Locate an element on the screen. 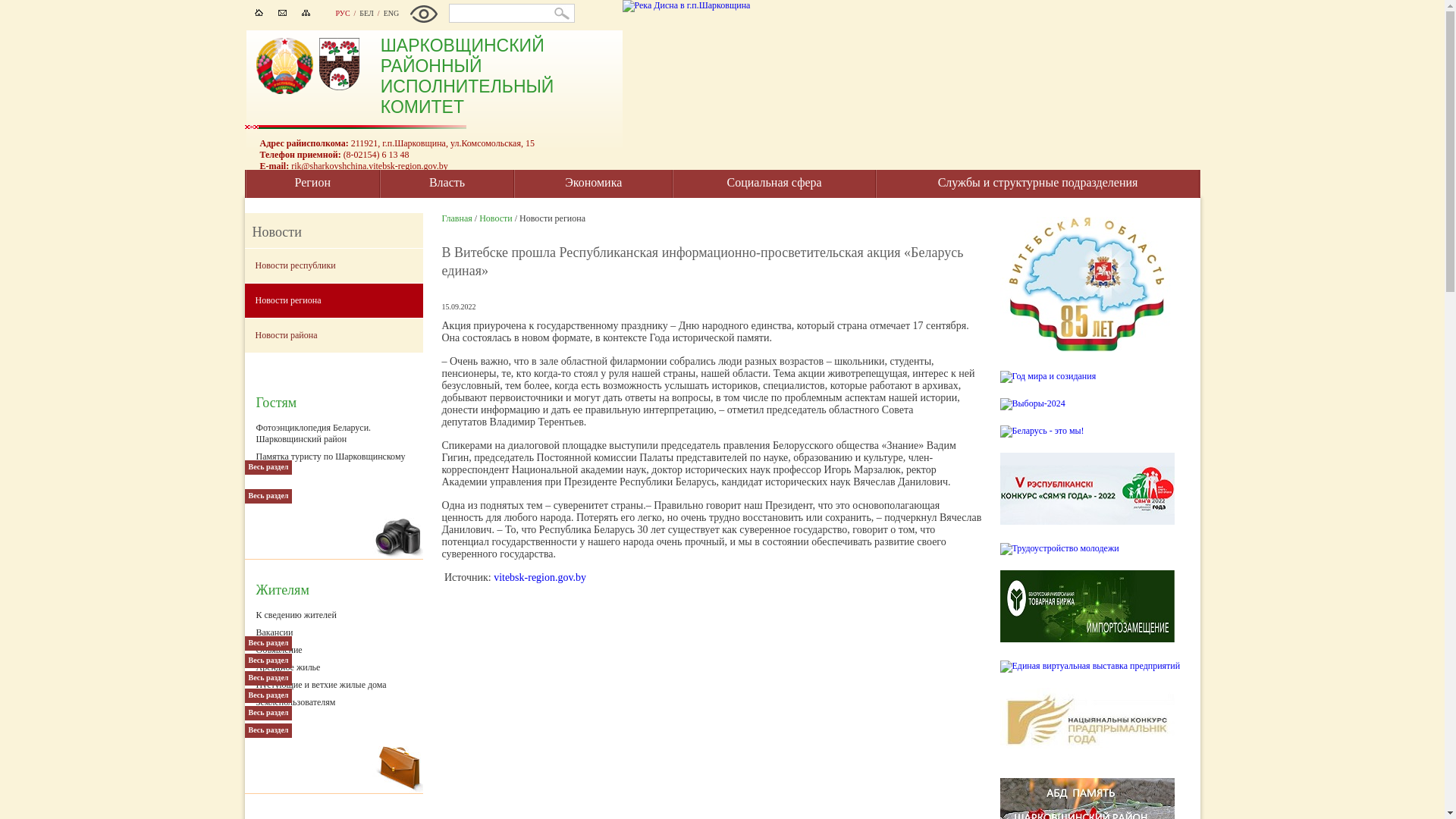  'vitebsk-region.gov.by' is located at coordinates (539, 577).